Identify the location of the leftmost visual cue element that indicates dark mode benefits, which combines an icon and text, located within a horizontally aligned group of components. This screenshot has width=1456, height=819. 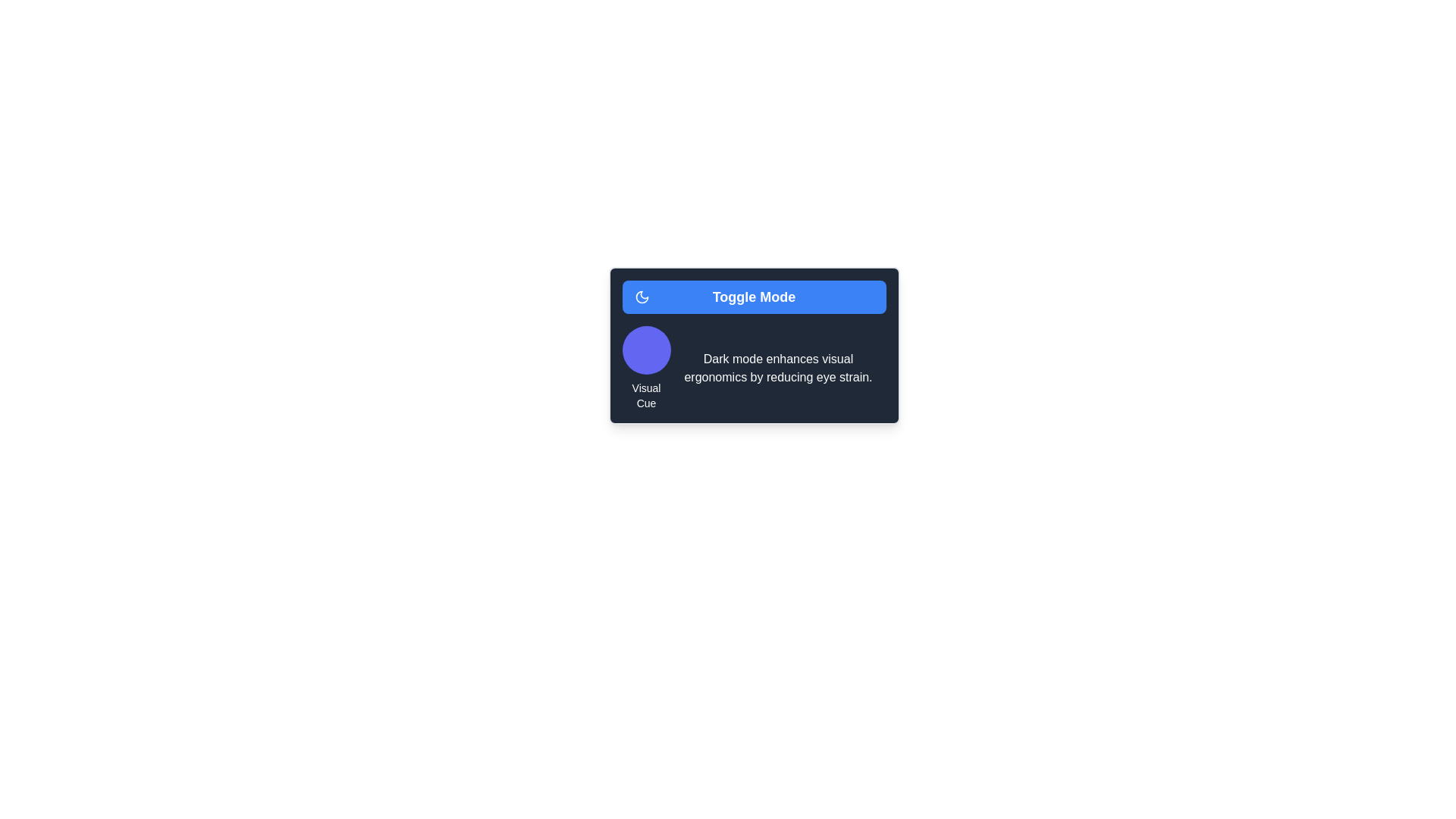
(646, 369).